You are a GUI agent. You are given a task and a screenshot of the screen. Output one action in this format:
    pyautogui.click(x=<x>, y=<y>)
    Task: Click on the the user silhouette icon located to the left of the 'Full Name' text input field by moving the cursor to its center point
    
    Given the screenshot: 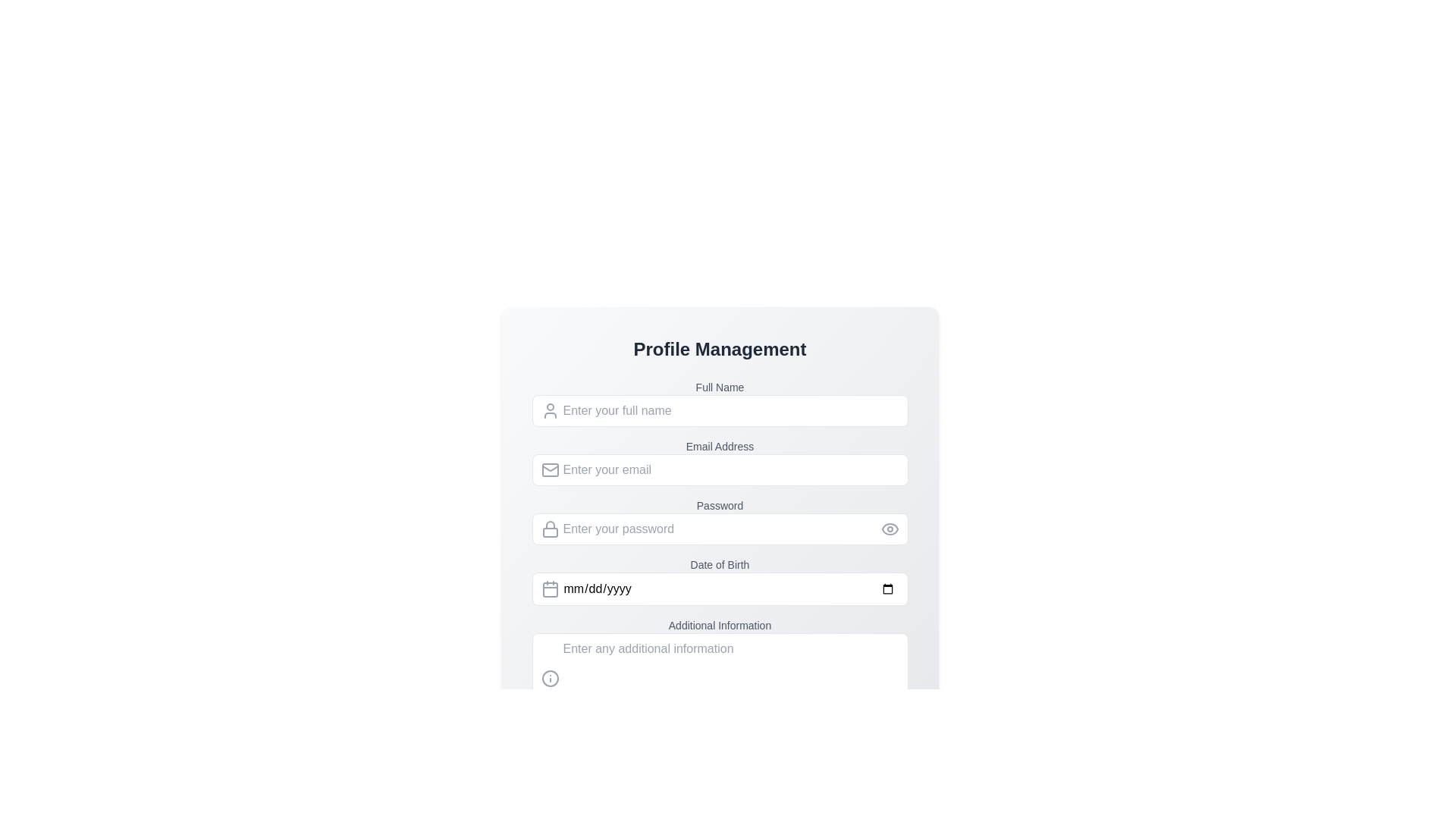 What is the action you would take?
    pyautogui.click(x=549, y=411)
    